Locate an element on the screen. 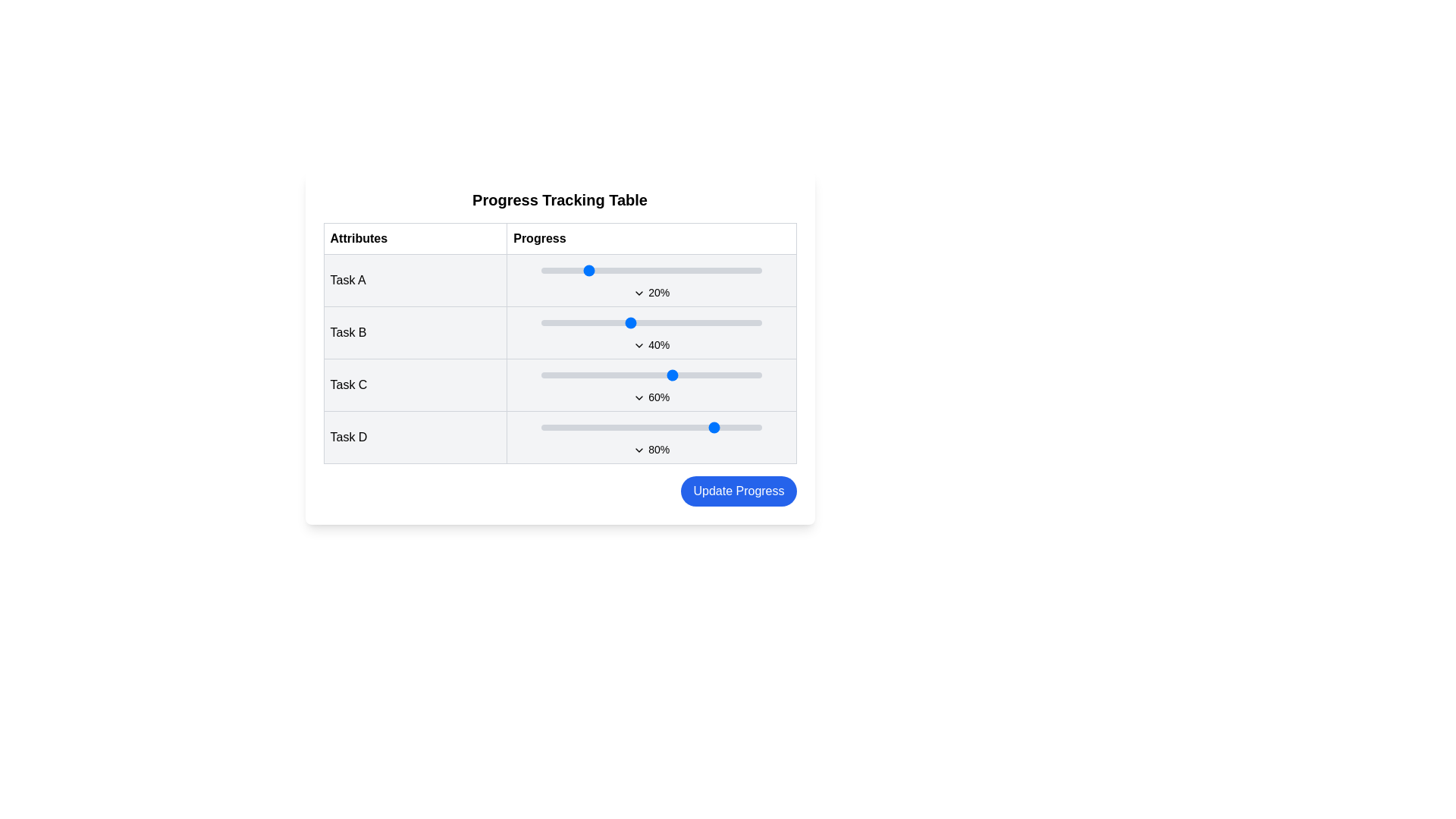 The width and height of the screenshot is (1456, 819). the progress of Task A is located at coordinates (660, 270).